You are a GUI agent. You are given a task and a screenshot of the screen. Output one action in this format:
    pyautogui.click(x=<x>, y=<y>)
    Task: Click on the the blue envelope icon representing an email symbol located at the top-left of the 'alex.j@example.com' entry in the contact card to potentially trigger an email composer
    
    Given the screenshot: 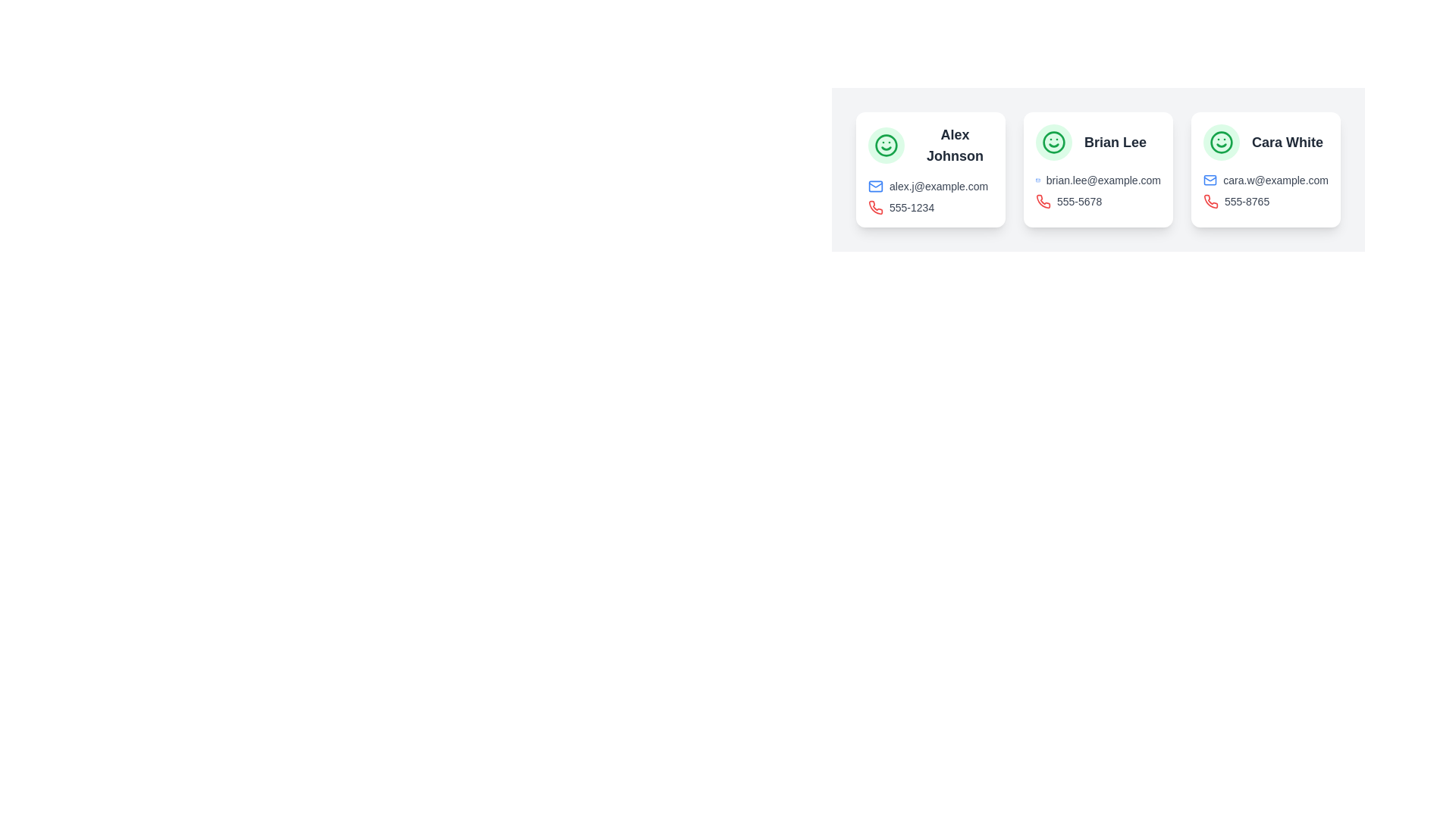 What is the action you would take?
    pyautogui.click(x=876, y=186)
    